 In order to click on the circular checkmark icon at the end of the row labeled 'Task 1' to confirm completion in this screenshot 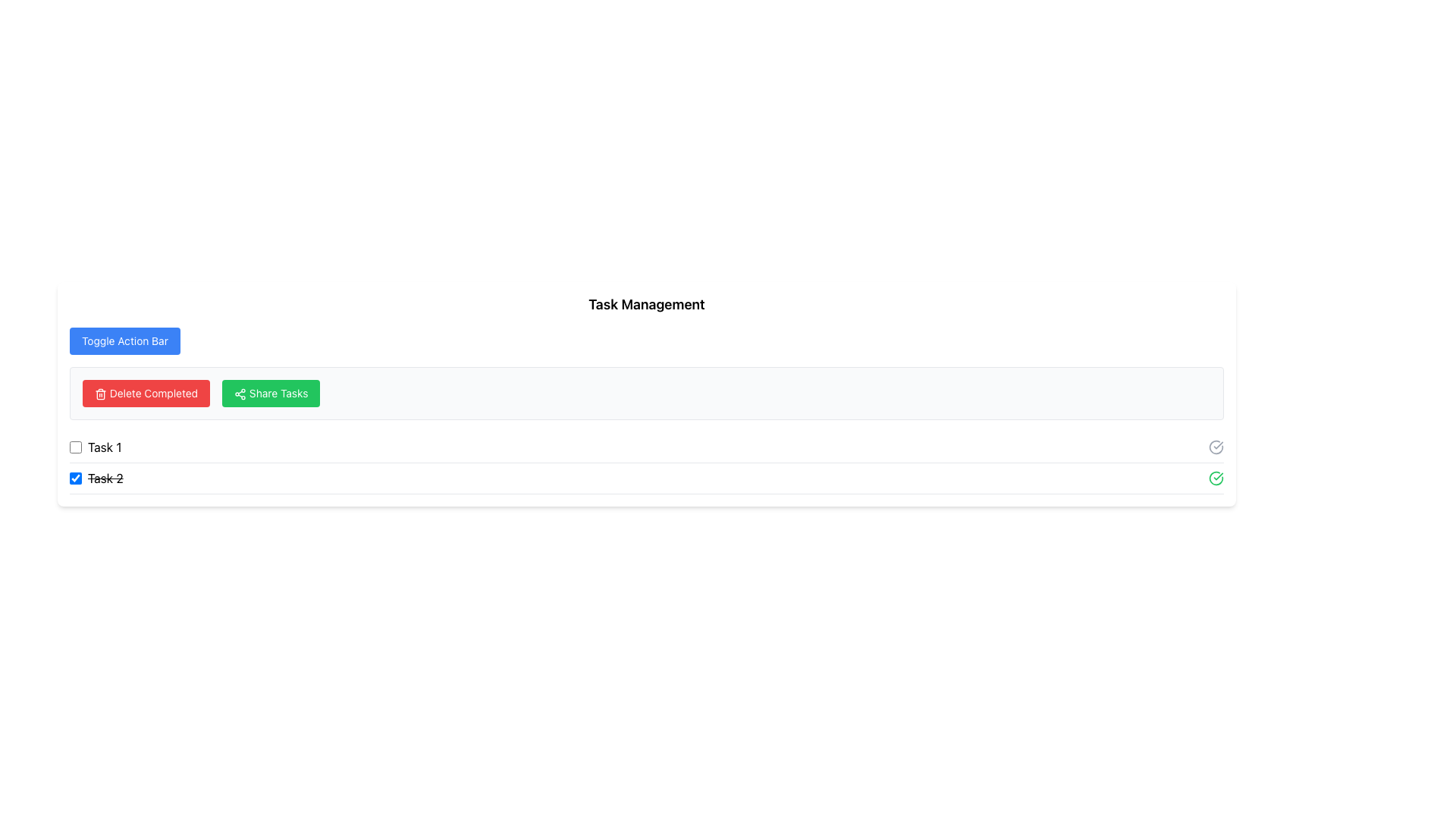, I will do `click(1216, 447)`.